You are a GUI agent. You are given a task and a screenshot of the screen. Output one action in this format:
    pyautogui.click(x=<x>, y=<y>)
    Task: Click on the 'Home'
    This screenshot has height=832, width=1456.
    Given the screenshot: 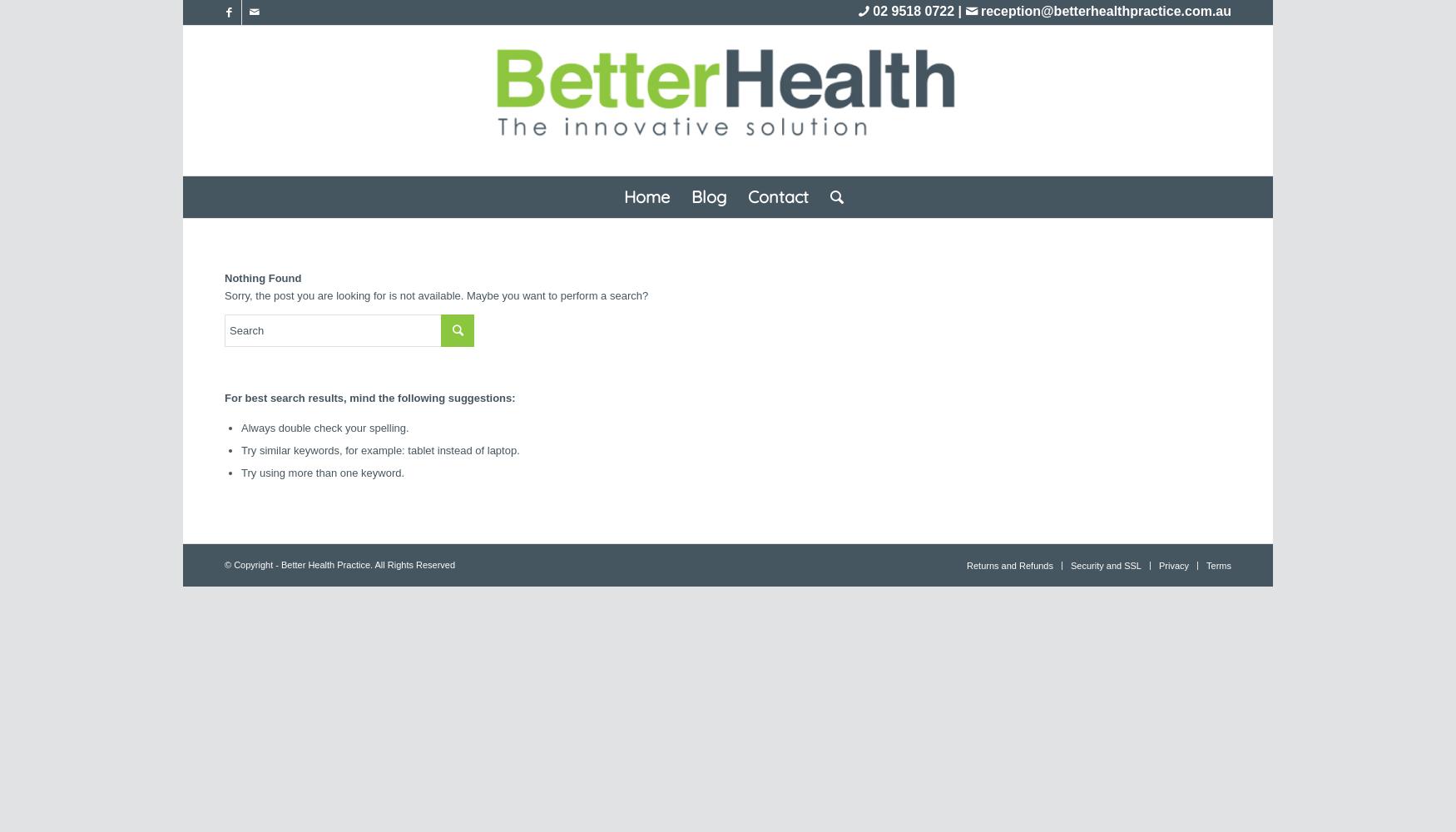 What is the action you would take?
    pyautogui.click(x=645, y=196)
    